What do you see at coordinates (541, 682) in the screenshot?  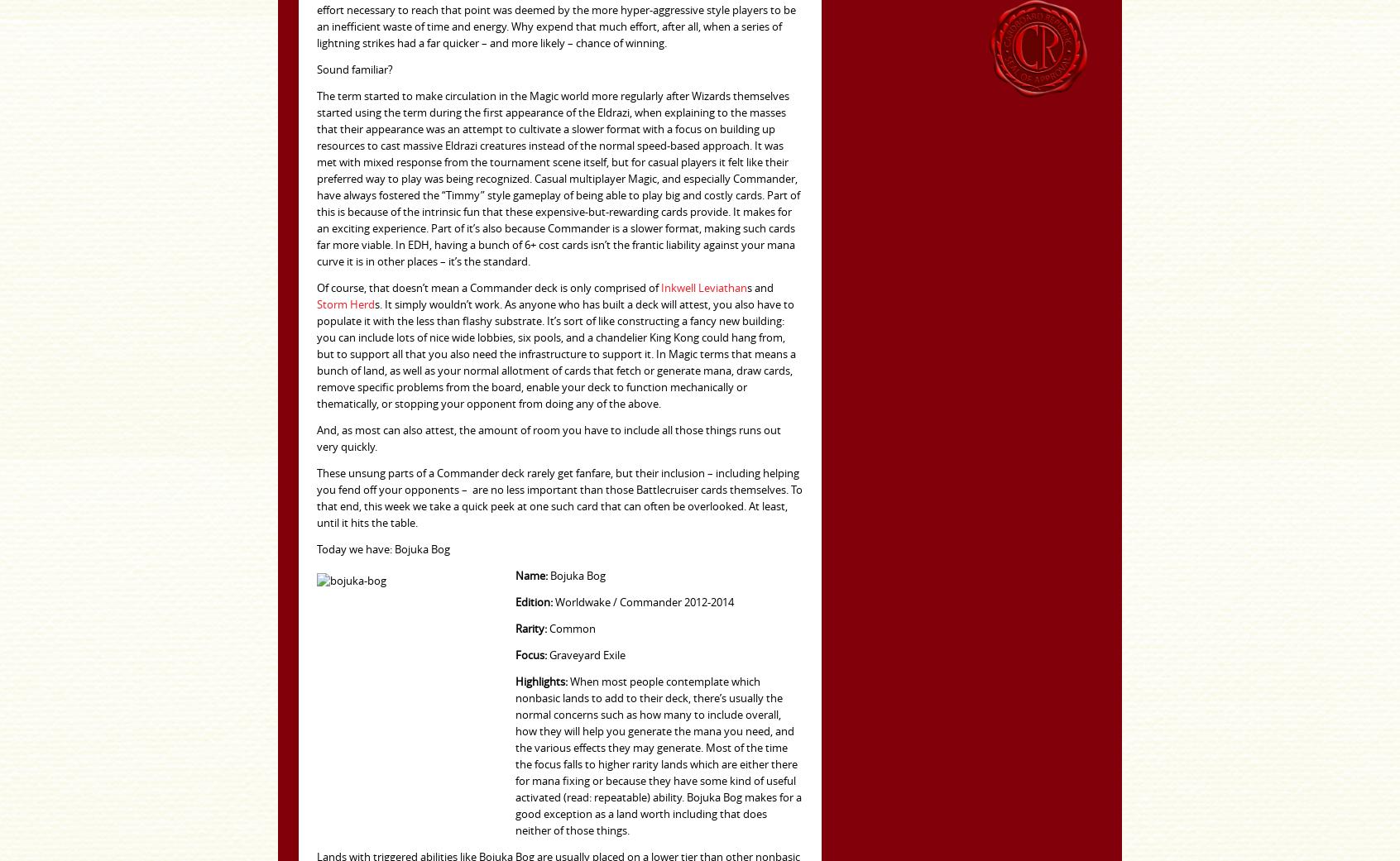 I see `'Highlights:'` at bounding box center [541, 682].